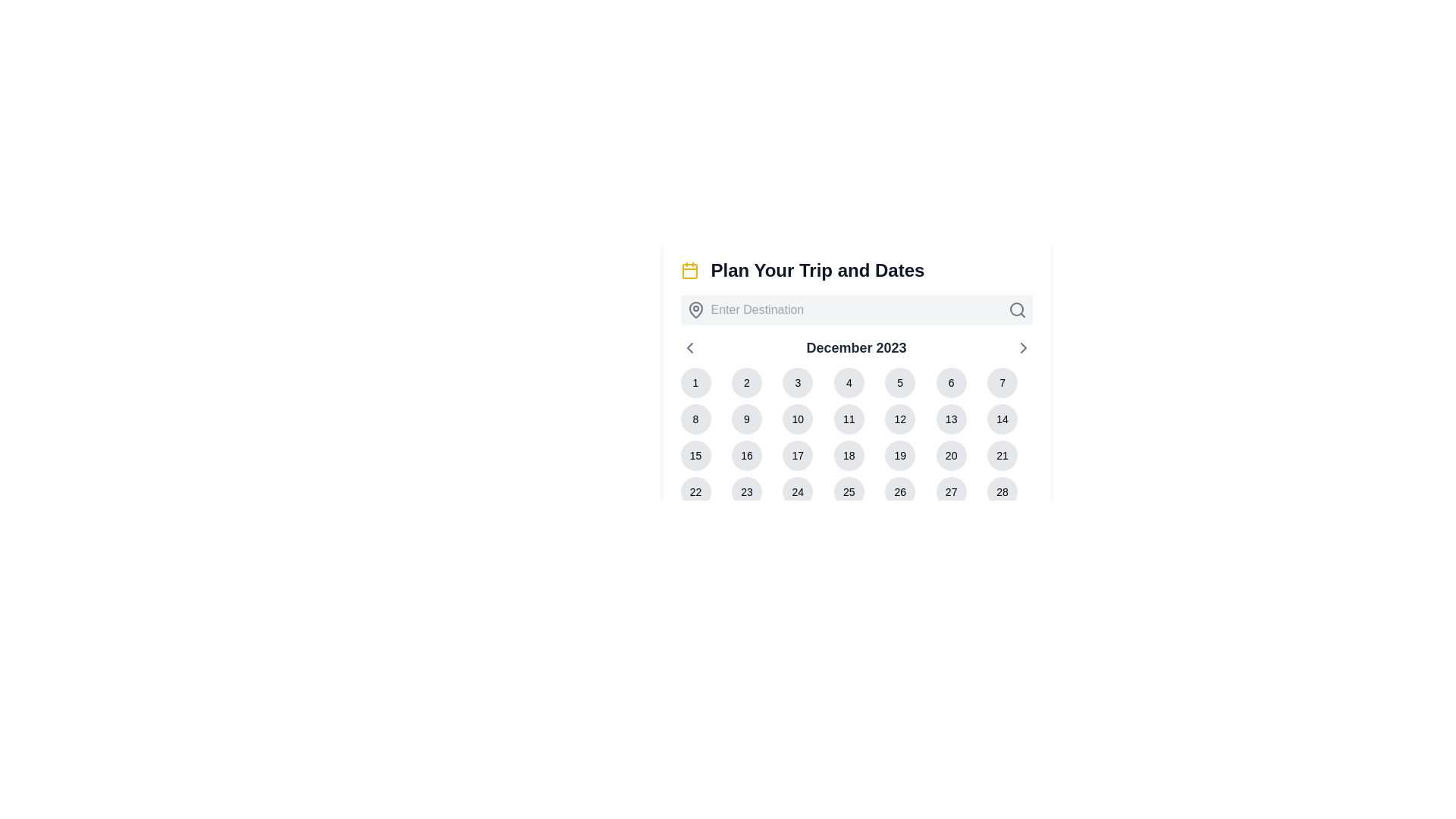  Describe the element at coordinates (856, 348) in the screenshot. I see `the static text element displaying the current month and year in the calendar widget` at that location.